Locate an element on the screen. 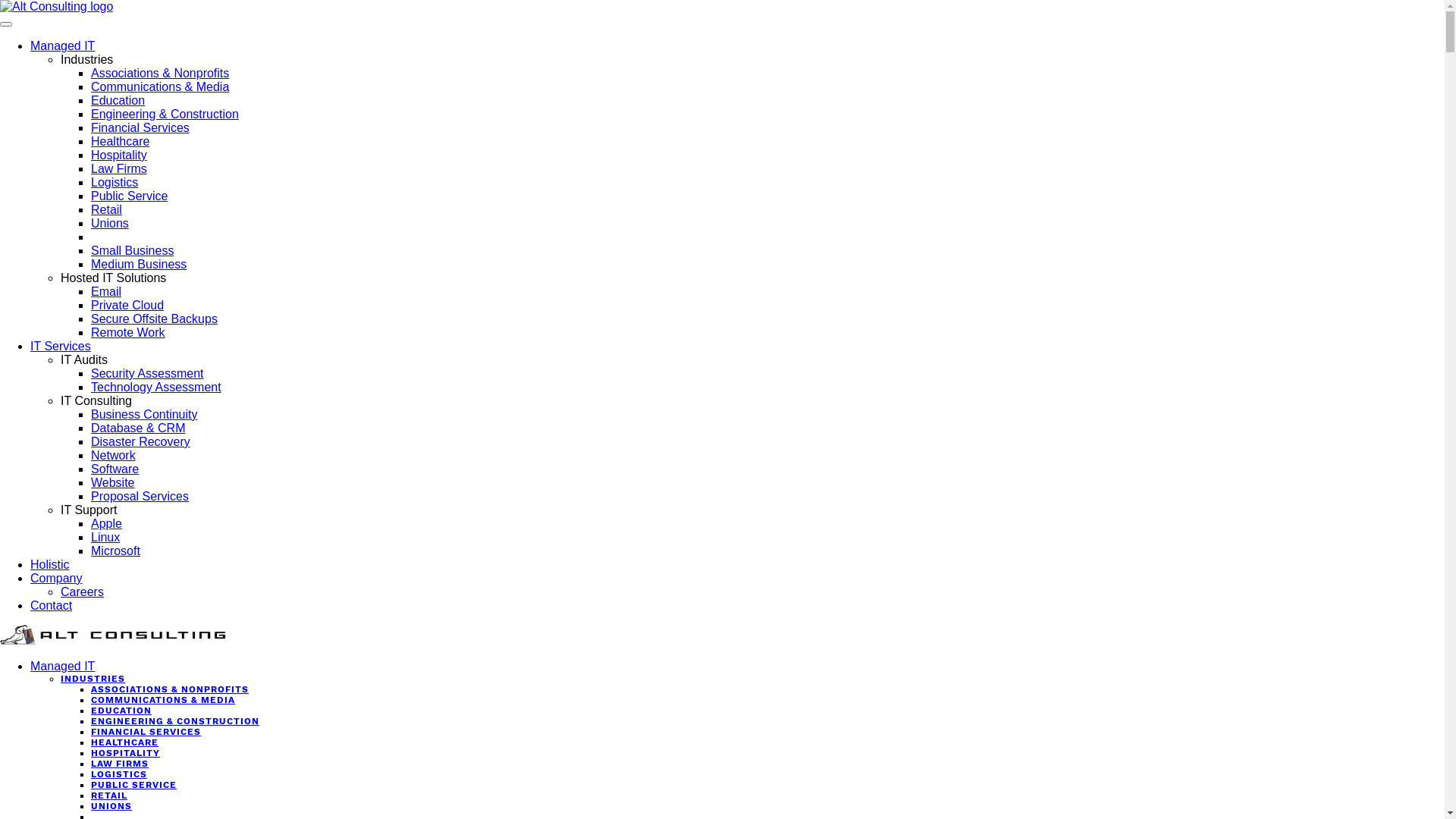  'Email' is located at coordinates (105, 291).